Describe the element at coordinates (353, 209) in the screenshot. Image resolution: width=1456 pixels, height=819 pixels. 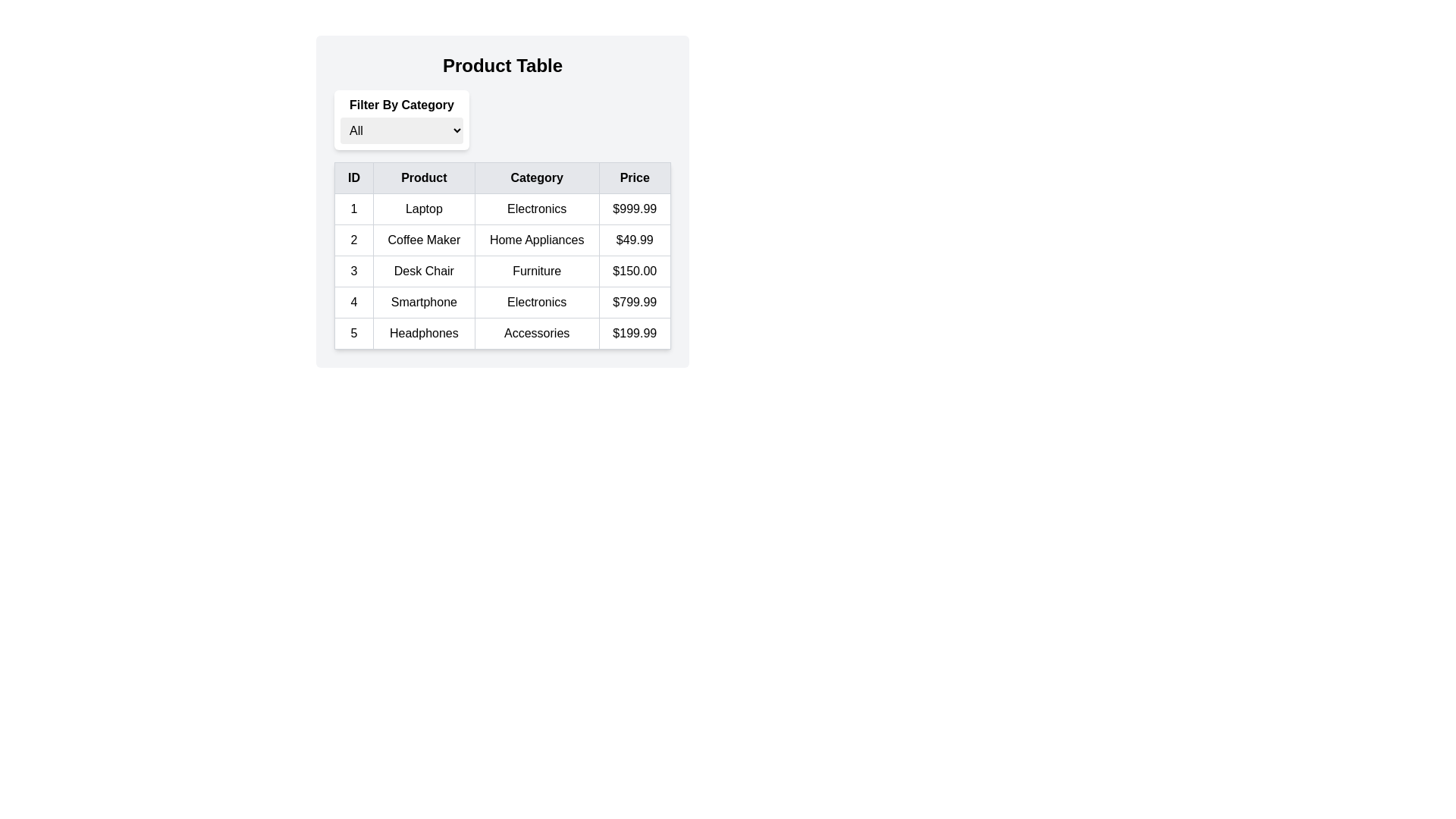
I see `the first cell of the table located under the 'ID' header, which identifies the first product entry with the value 'Laptop'` at that location.